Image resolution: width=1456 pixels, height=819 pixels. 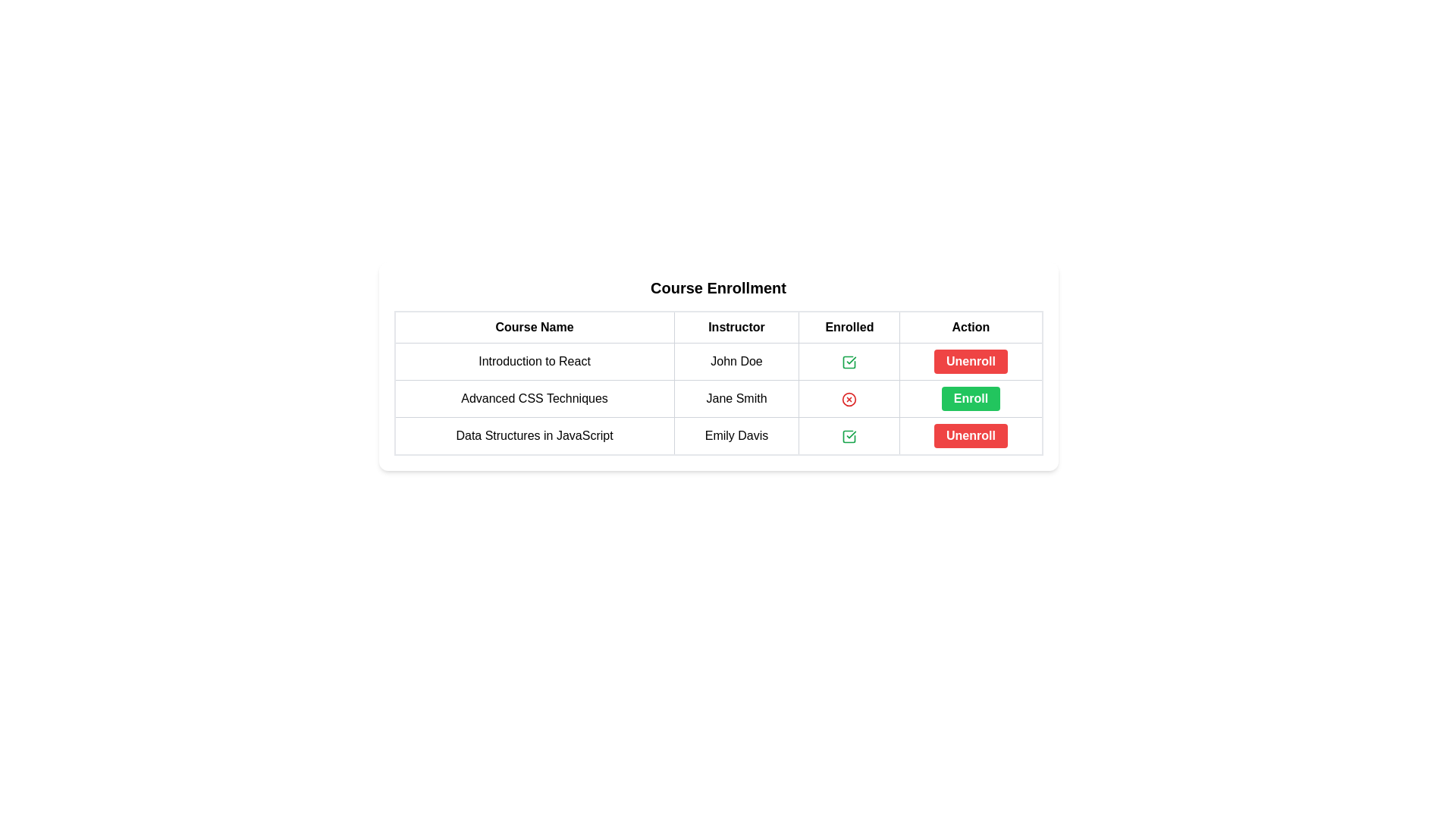 I want to click on the green 'Enroll' button with white text in the 'Action' column of the second row of the 'Course Enrollment' table to enroll in the 'Advanced CSS Techniques' course, so click(x=971, y=397).